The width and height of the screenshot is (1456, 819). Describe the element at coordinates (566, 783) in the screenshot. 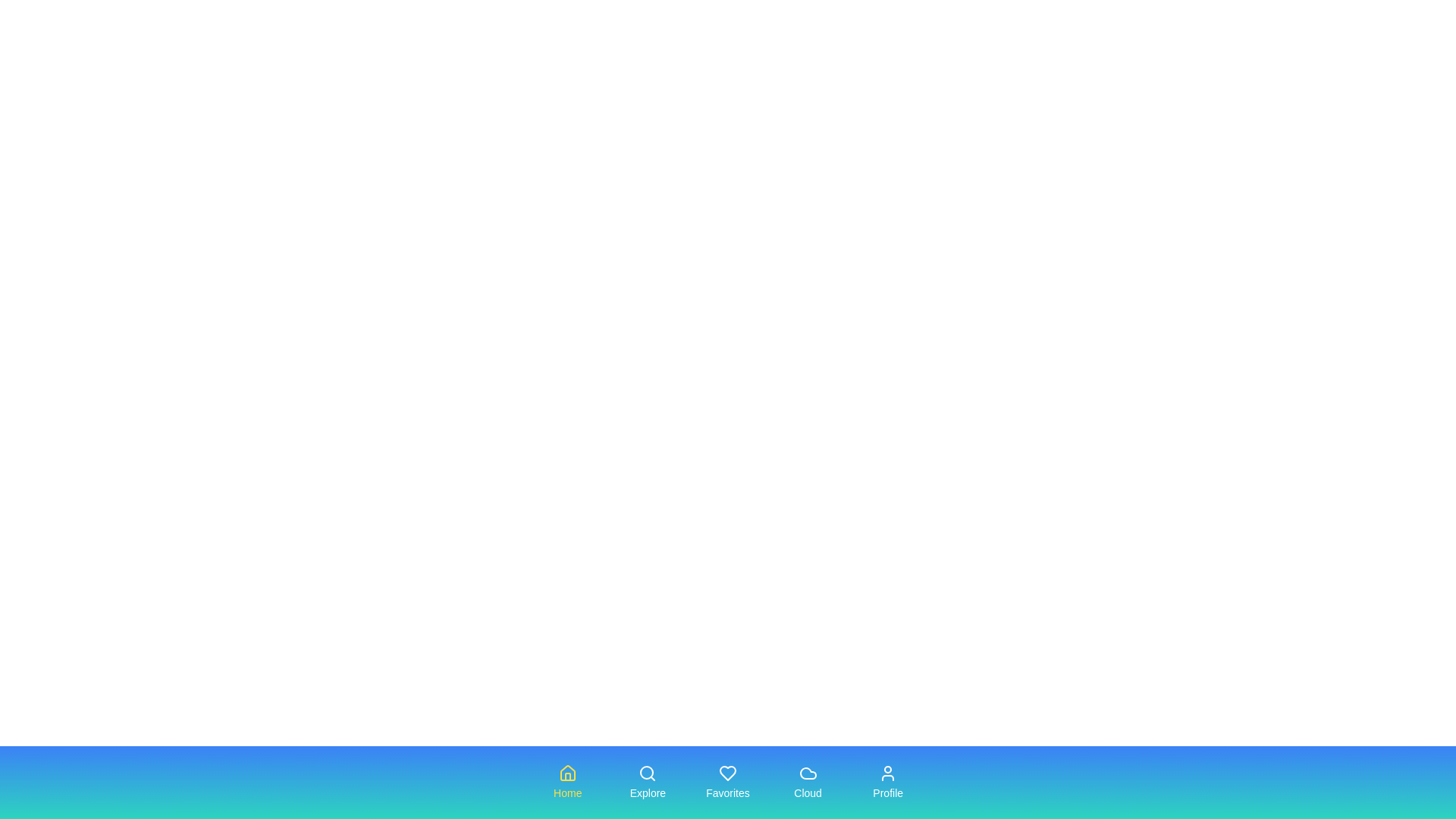

I see `the tab labeled Home` at that location.